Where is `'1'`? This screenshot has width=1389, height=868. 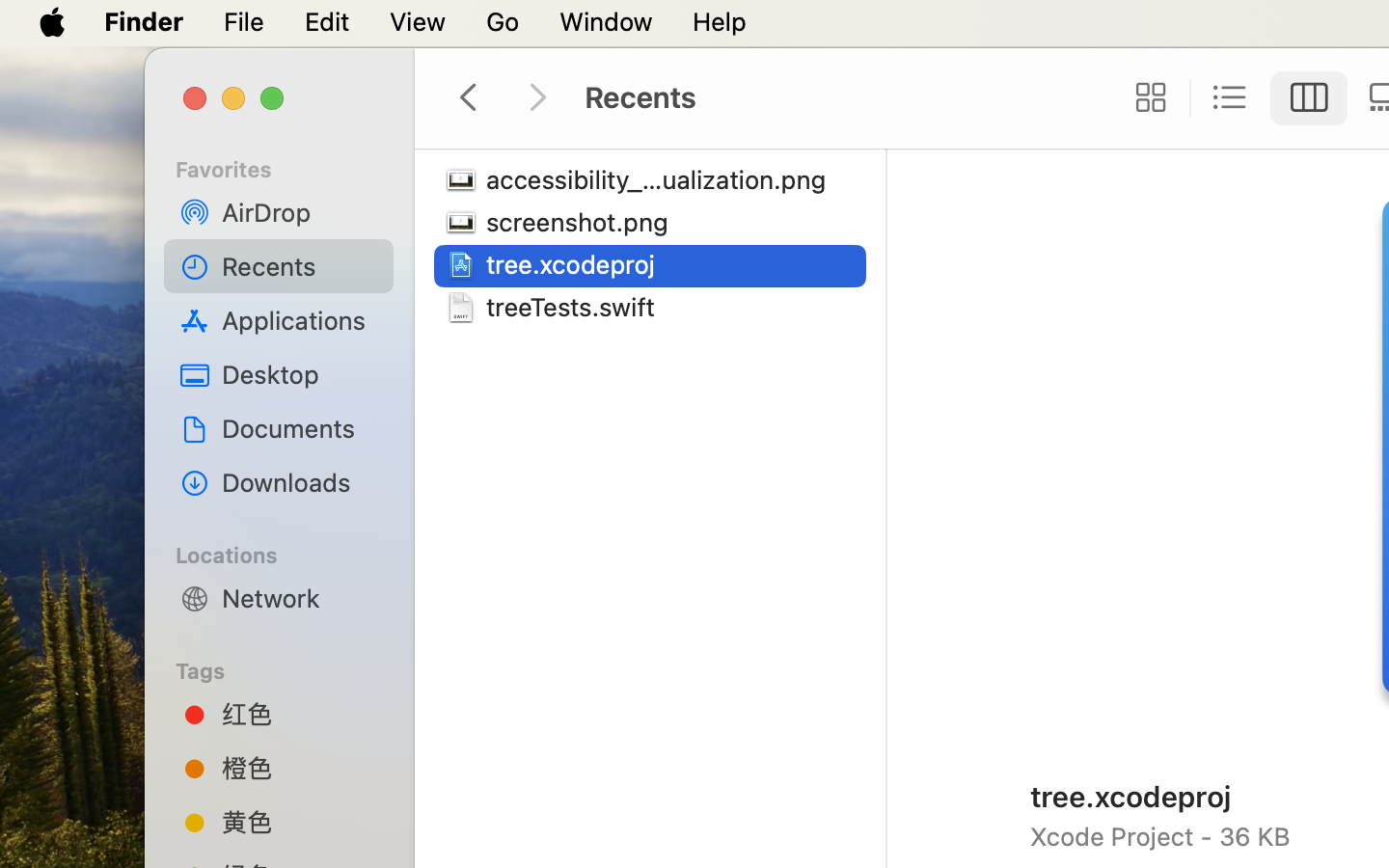 '1' is located at coordinates (1308, 96).